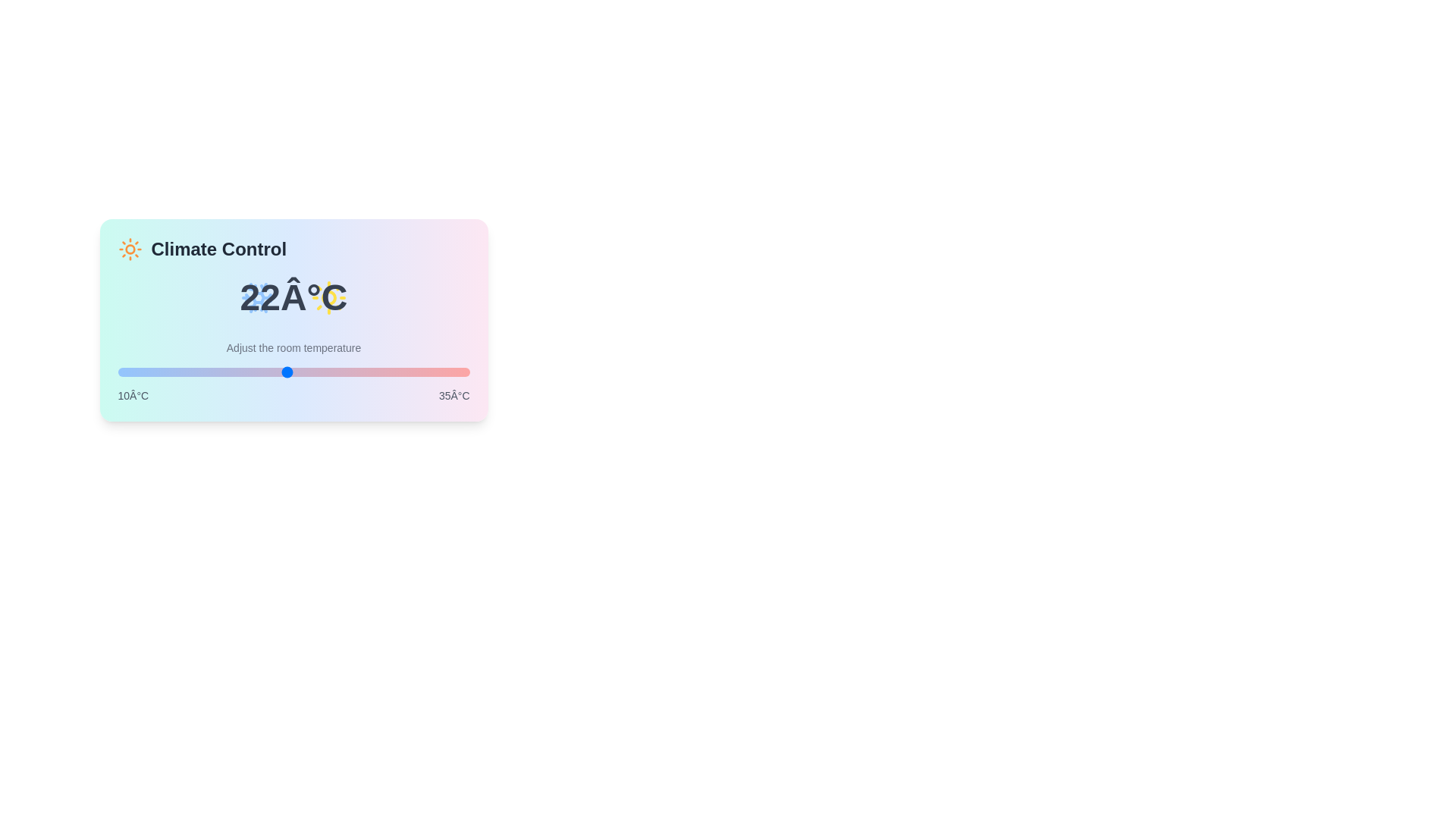 The height and width of the screenshot is (819, 1456). Describe the element at coordinates (385, 372) in the screenshot. I see `the temperature to 29°C using the slider` at that location.